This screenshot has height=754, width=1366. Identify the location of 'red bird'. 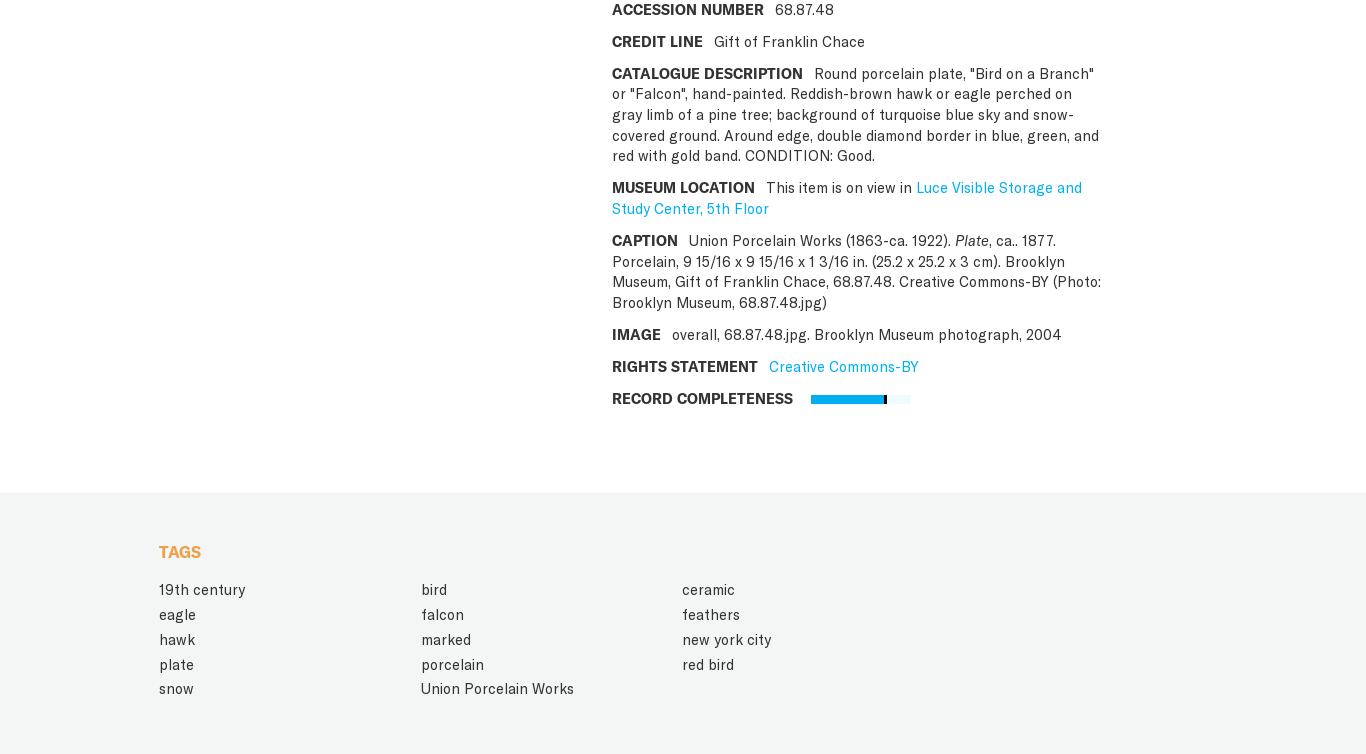
(707, 662).